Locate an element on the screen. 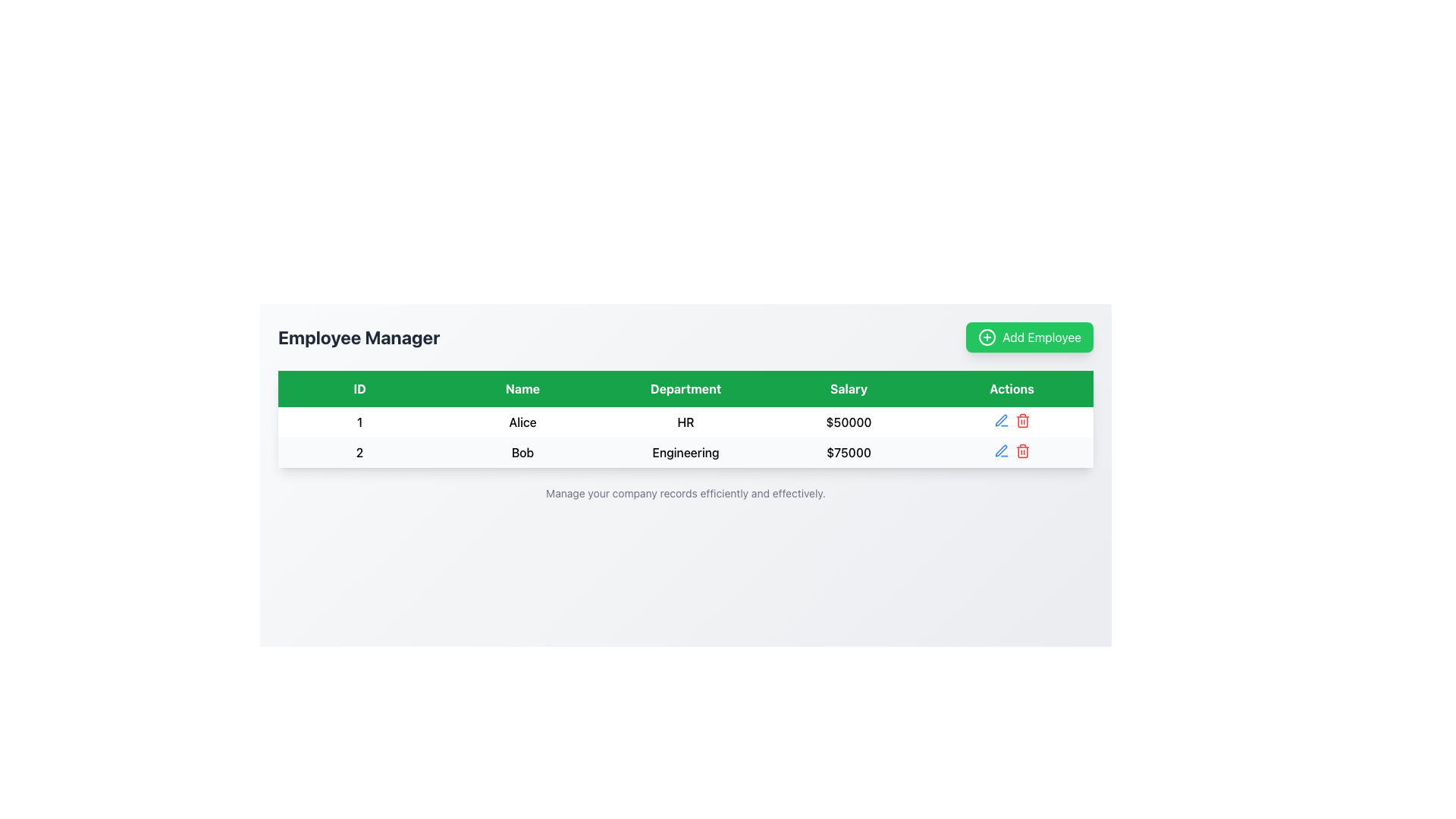  the 'Add Employee' button located in the upper-right corner of the 'Employee Manager' section is located at coordinates (1030, 336).